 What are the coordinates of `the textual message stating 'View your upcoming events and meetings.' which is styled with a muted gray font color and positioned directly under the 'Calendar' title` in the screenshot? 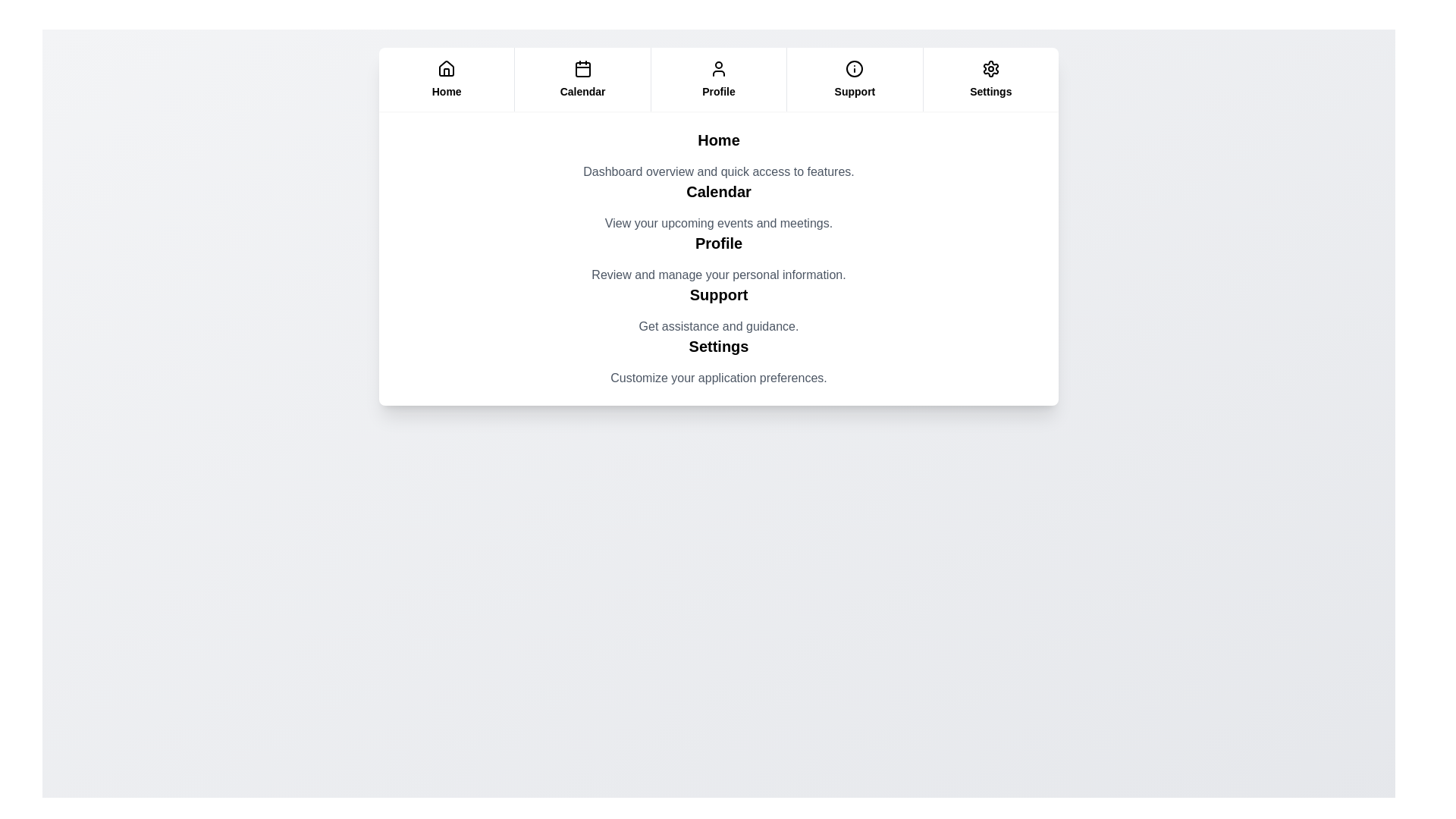 It's located at (718, 223).